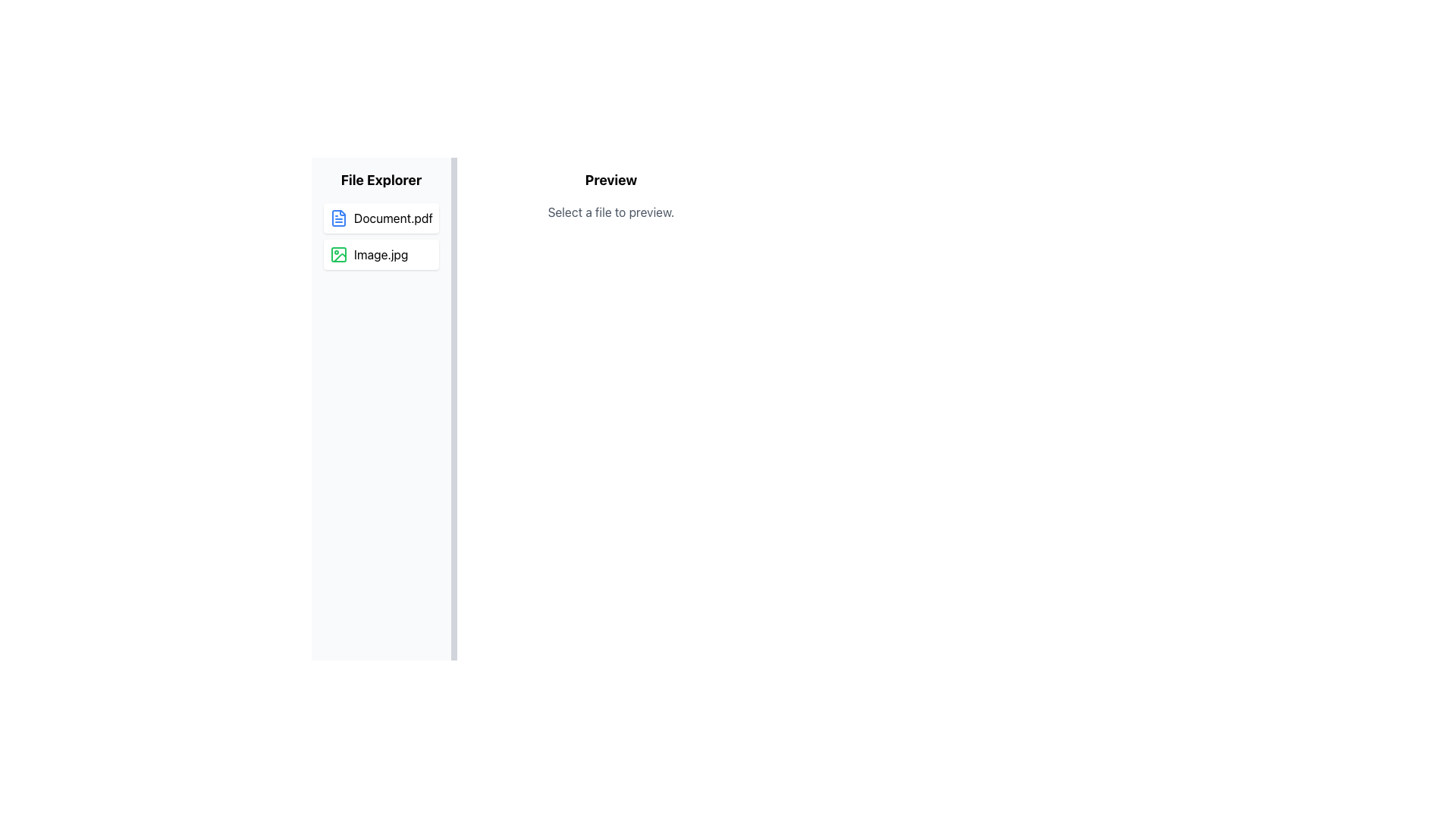 Image resolution: width=1456 pixels, height=819 pixels. I want to click on the file entry named 'Image.jpg' in the file explorer, so click(381, 253).